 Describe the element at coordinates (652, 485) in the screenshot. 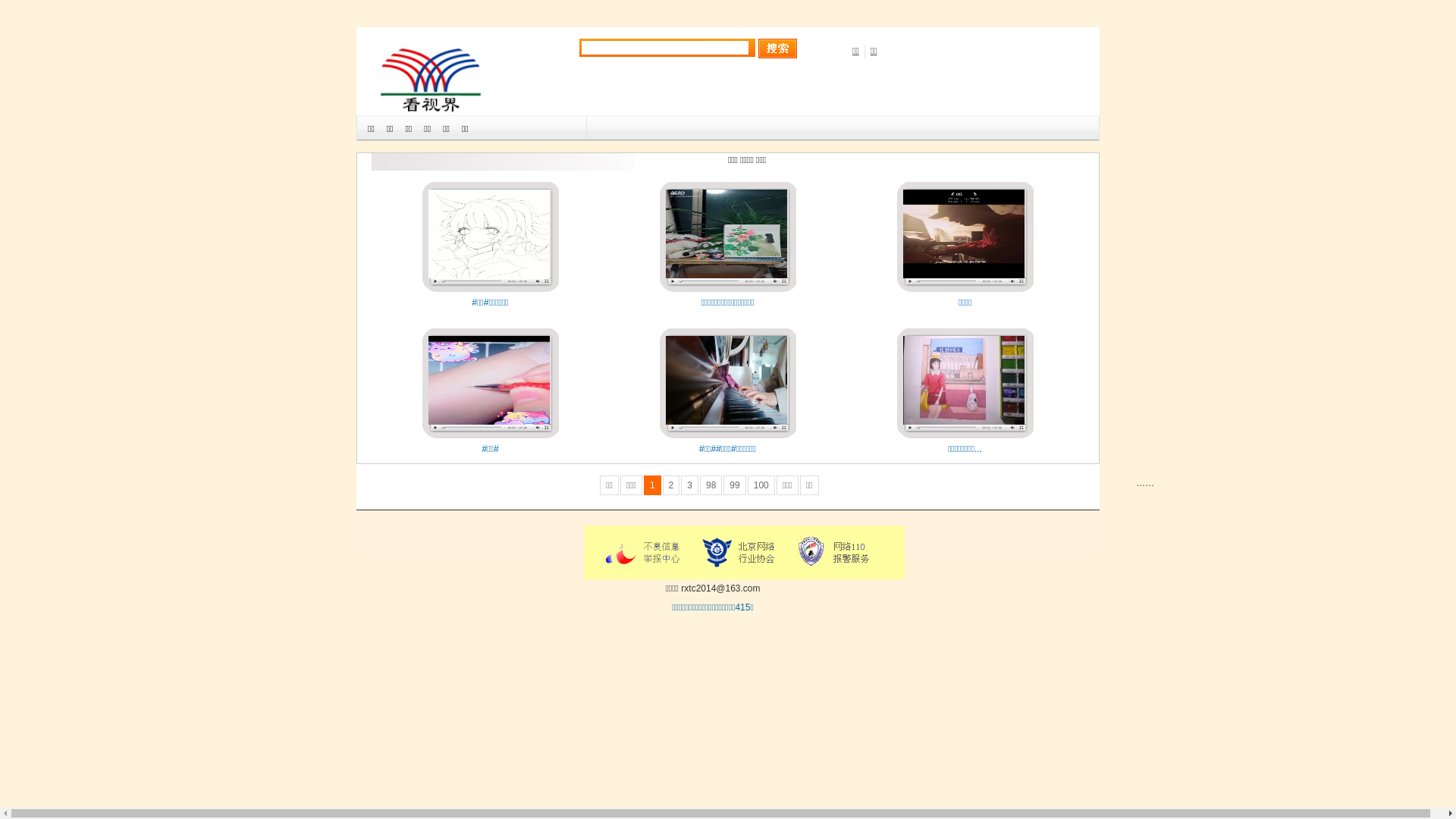

I see `'1'` at that location.